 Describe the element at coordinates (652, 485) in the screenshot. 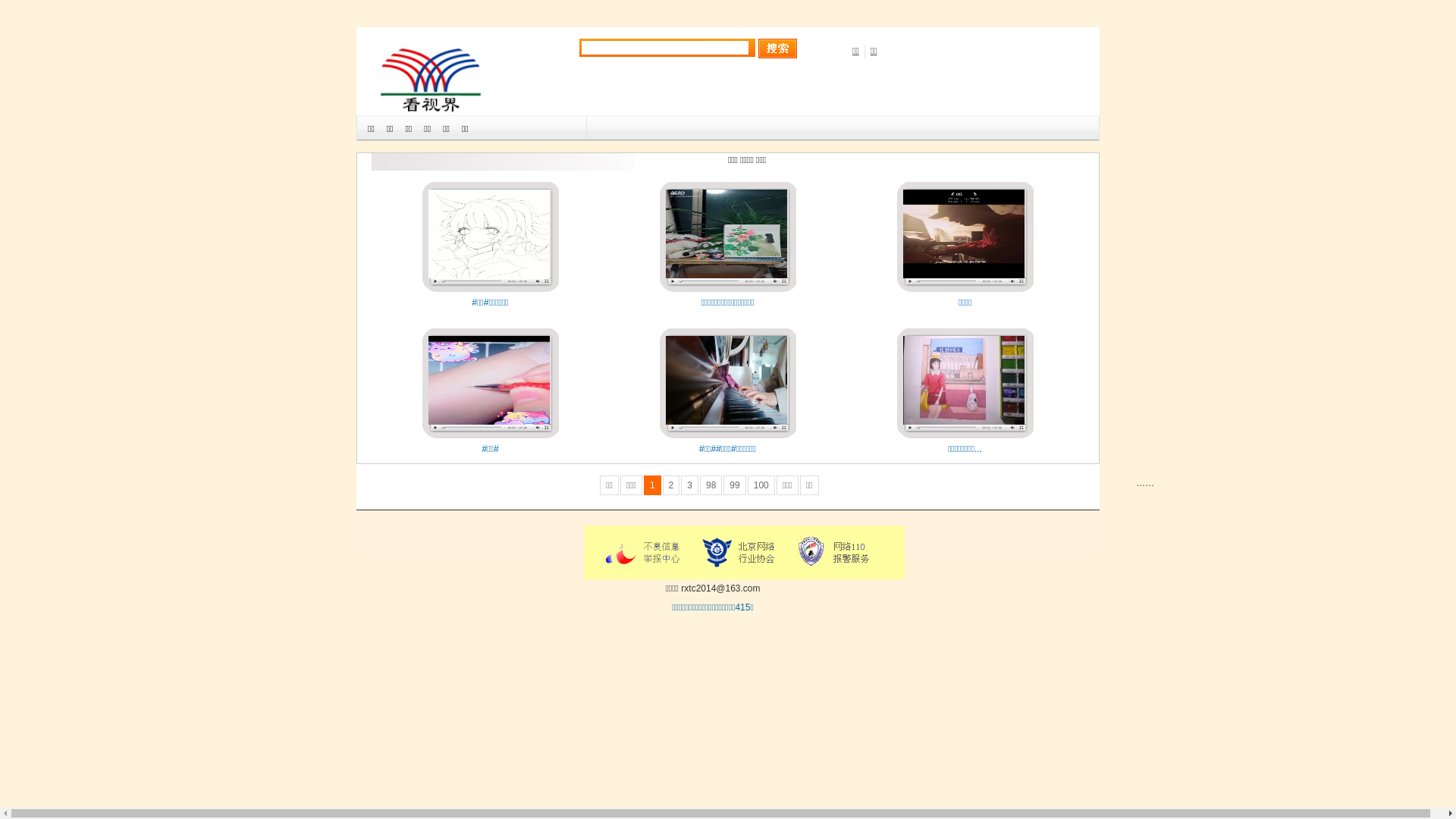

I see `'1'` at that location.